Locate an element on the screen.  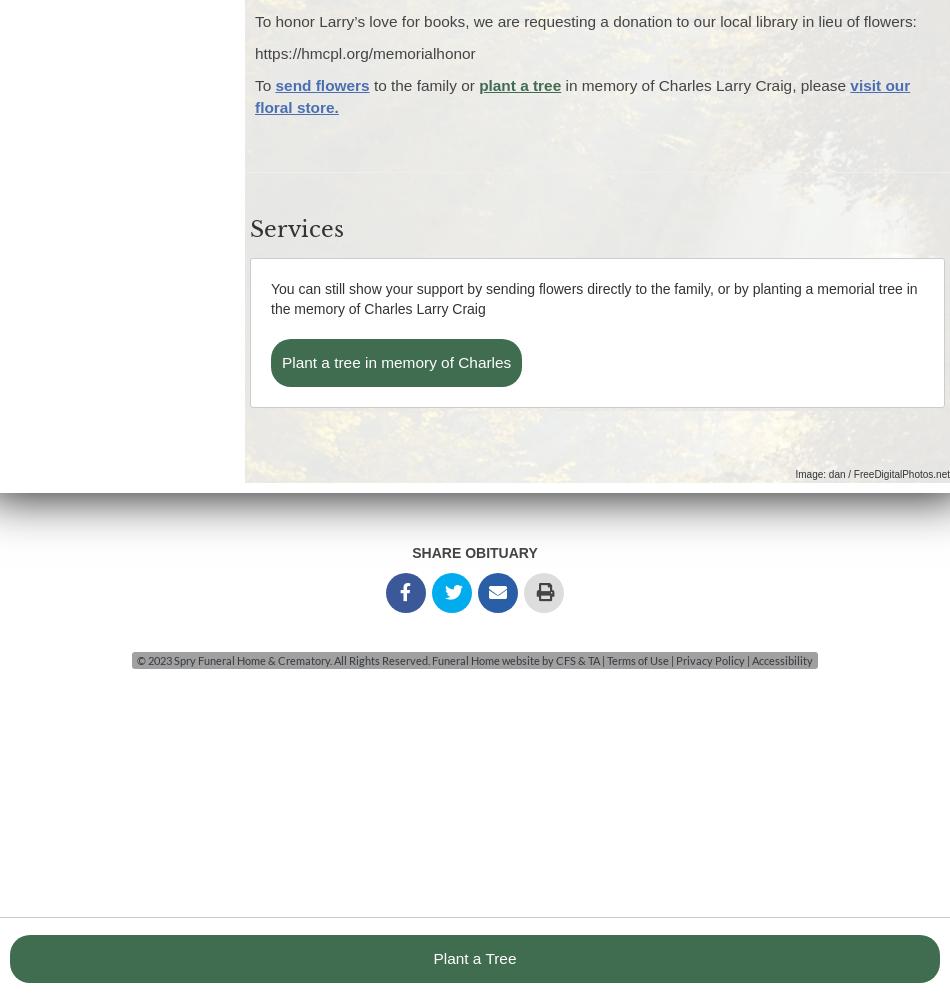
'Image: dan / FreeDigitalPhotos.net' is located at coordinates (871, 472).